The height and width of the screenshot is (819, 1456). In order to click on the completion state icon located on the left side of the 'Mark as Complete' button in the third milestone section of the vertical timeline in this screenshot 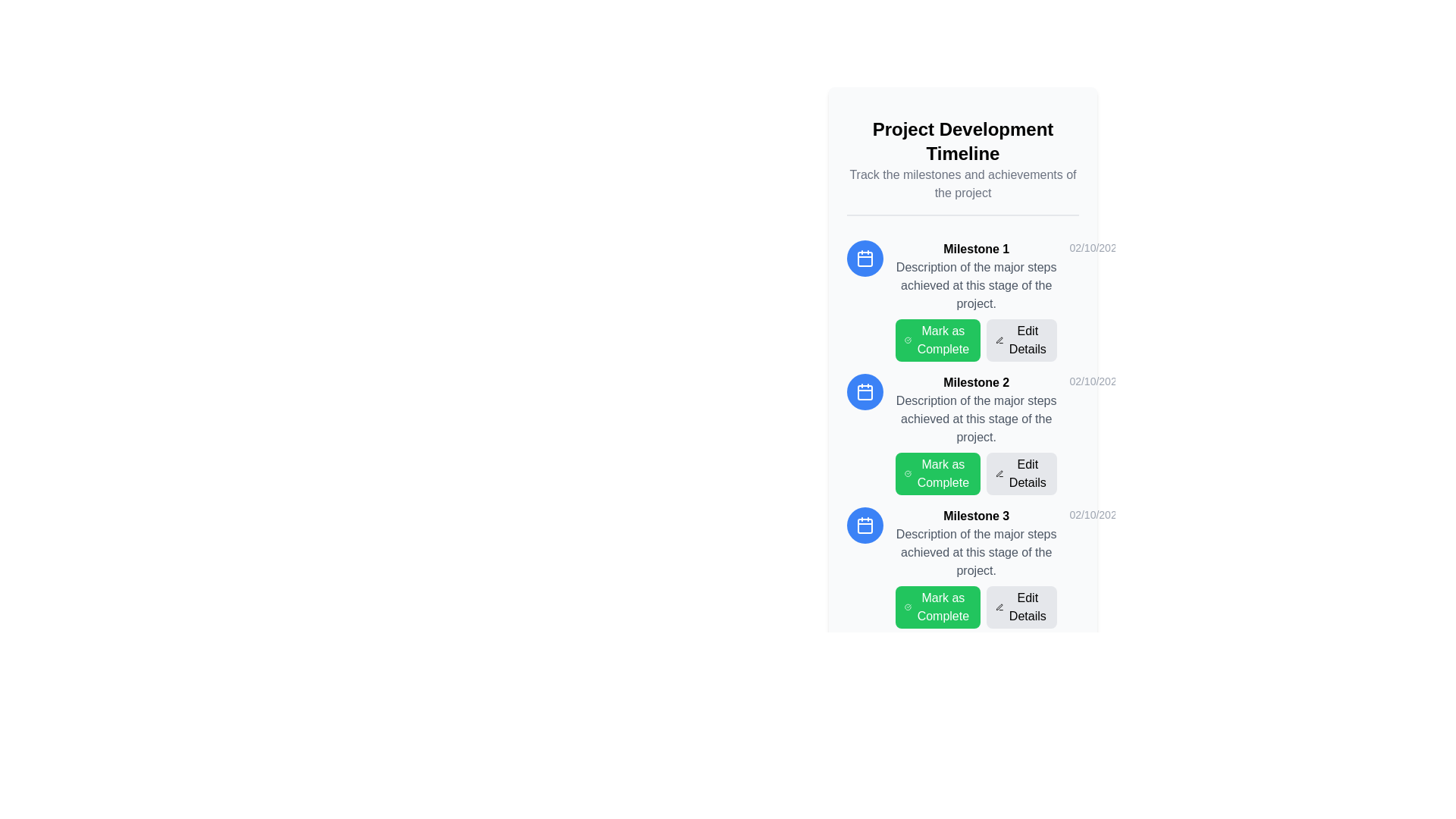, I will do `click(908, 472)`.